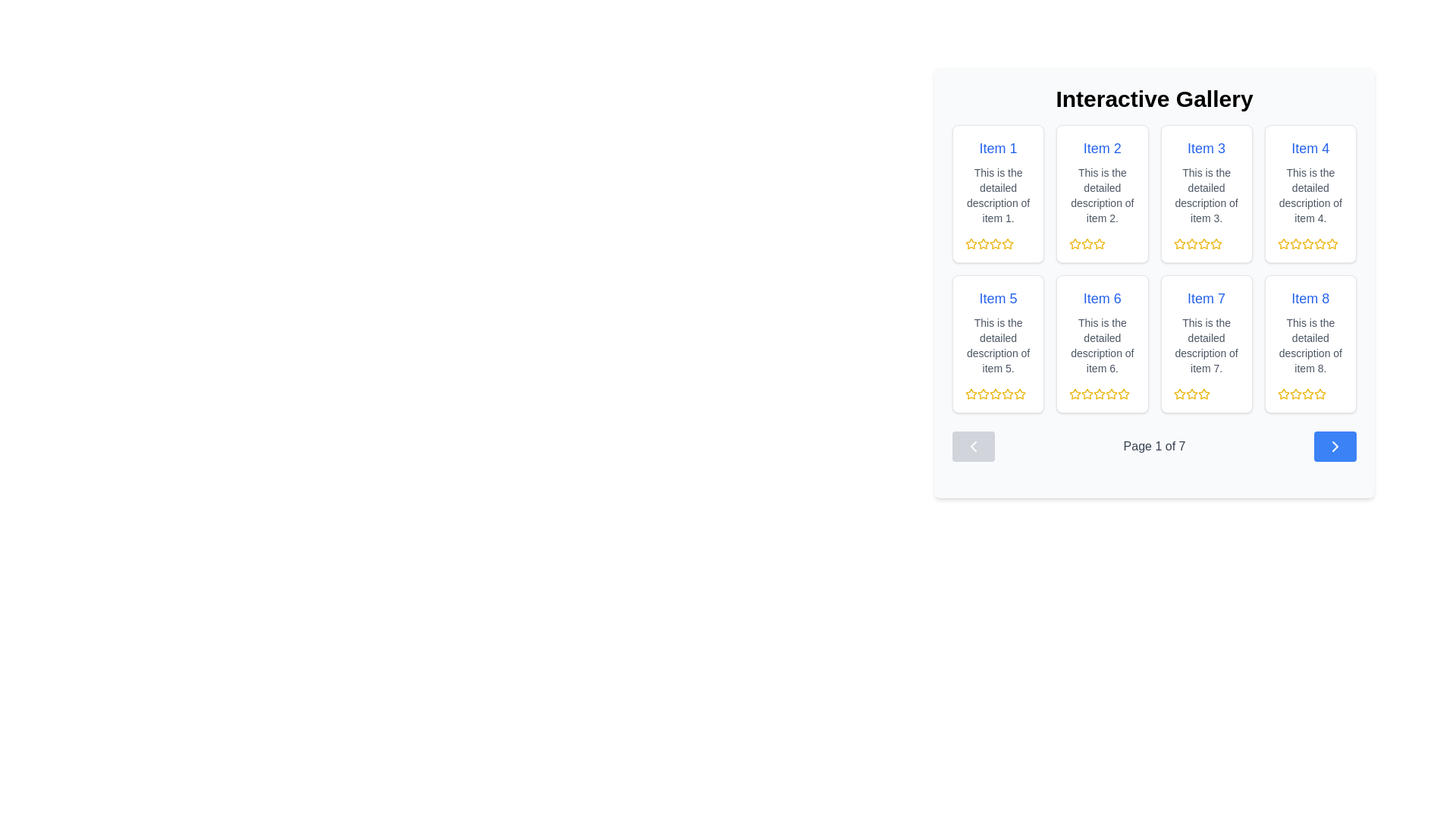  I want to click on the fourth interactive star icon in the bottom right card of the interactive gallery grid to rate the corresponding item, so click(1307, 394).